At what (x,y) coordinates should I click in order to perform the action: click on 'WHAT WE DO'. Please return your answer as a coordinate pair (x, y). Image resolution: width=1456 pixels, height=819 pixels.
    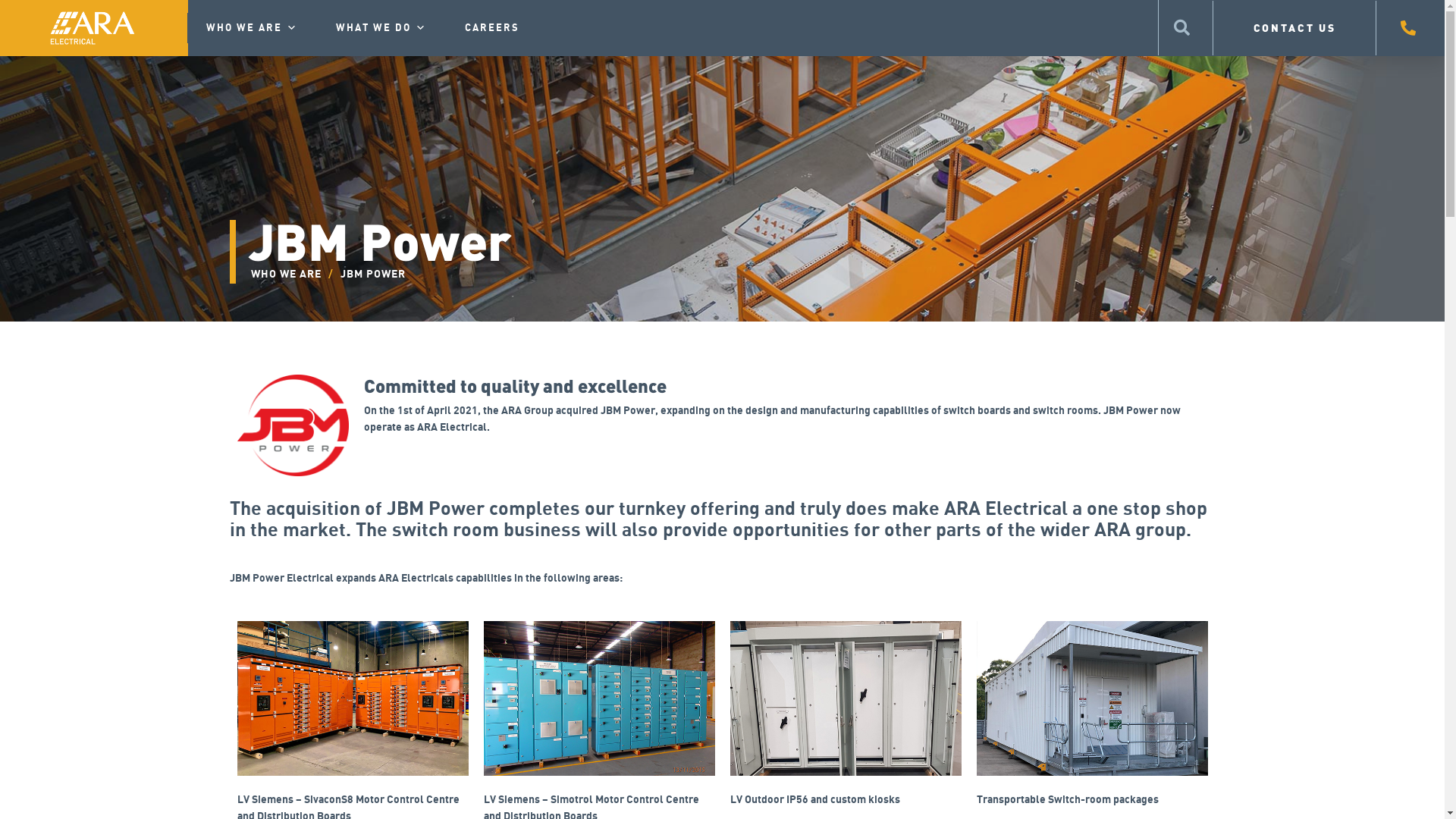
    Looking at the image, I should click on (315, 28).